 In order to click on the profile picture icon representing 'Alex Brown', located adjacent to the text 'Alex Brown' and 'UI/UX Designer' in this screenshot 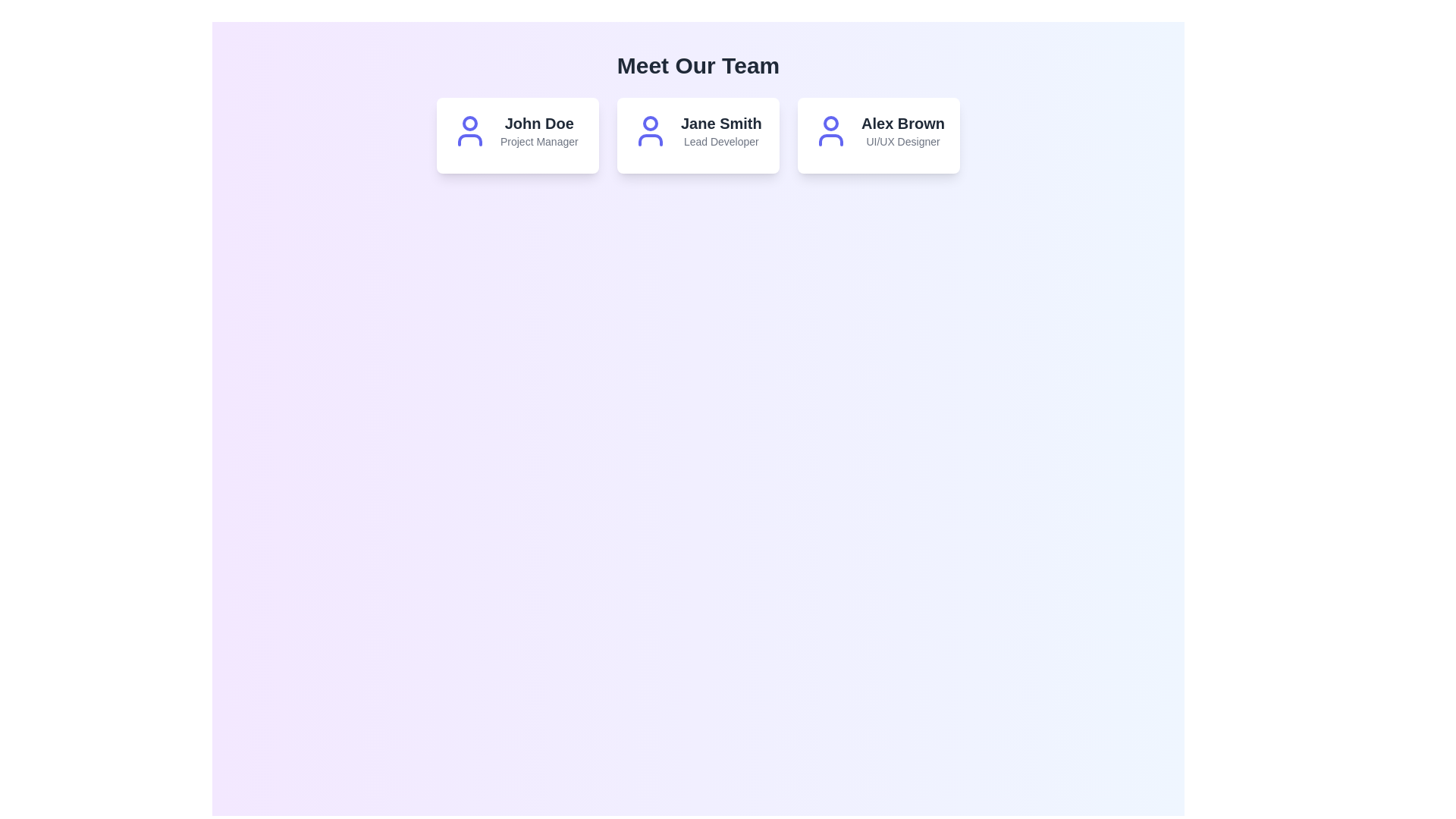, I will do `click(830, 130)`.